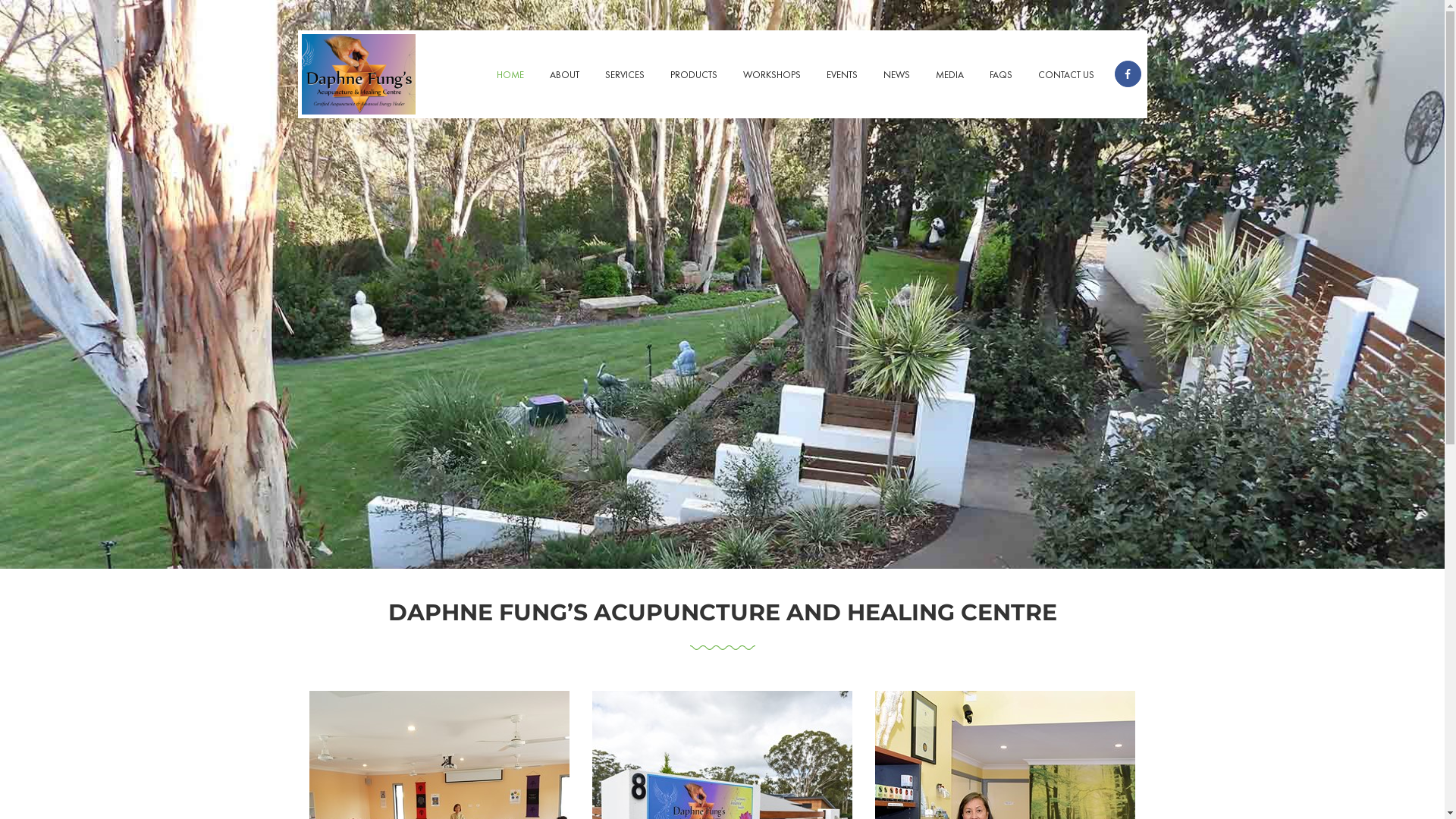 The width and height of the screenshot is (1456, 819). I want to click on 'HOME', so click(510, 76).